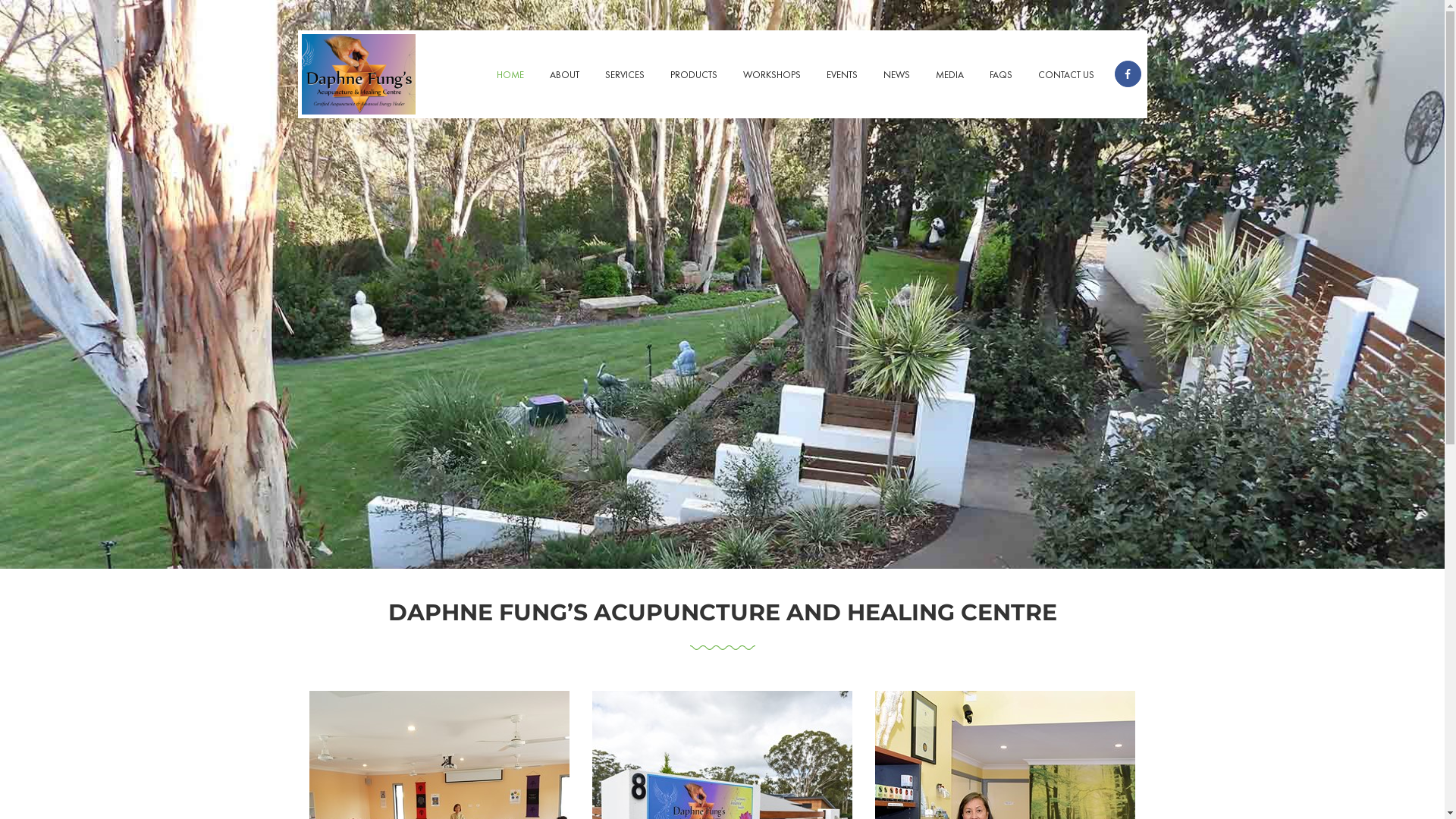 The width and height of the screenshot is (1456, 819). I want to click on 'HOME', so click(510, 76).